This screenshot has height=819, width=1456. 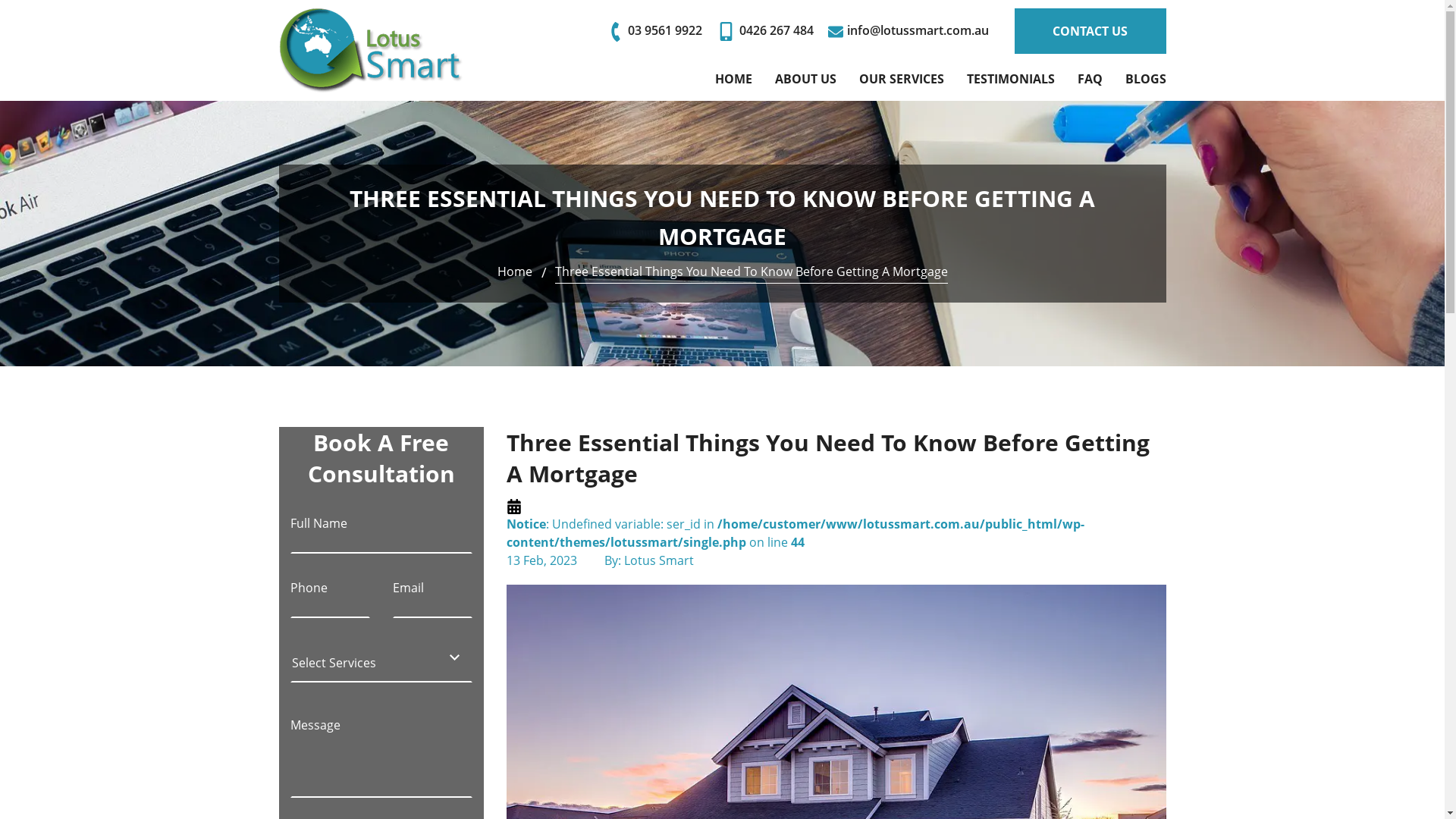 What do you see at coordinates (908, 30) in the screenshot?
I see `'info@lotussmart.com.au'` at bounding box center [908, 30].